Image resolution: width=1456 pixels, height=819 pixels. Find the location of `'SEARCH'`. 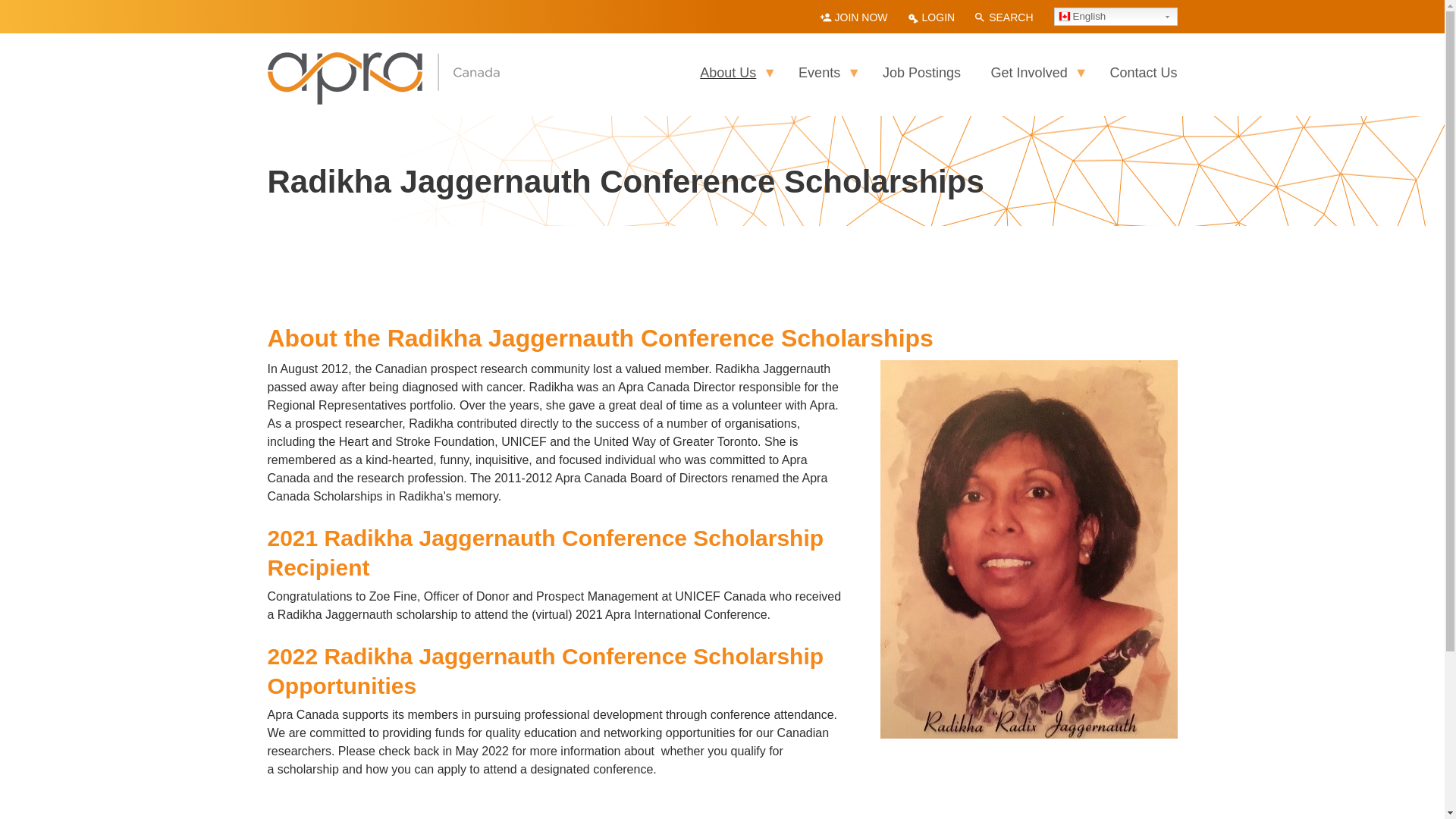

'SEARCH' is located at coordinates (1003, 17).